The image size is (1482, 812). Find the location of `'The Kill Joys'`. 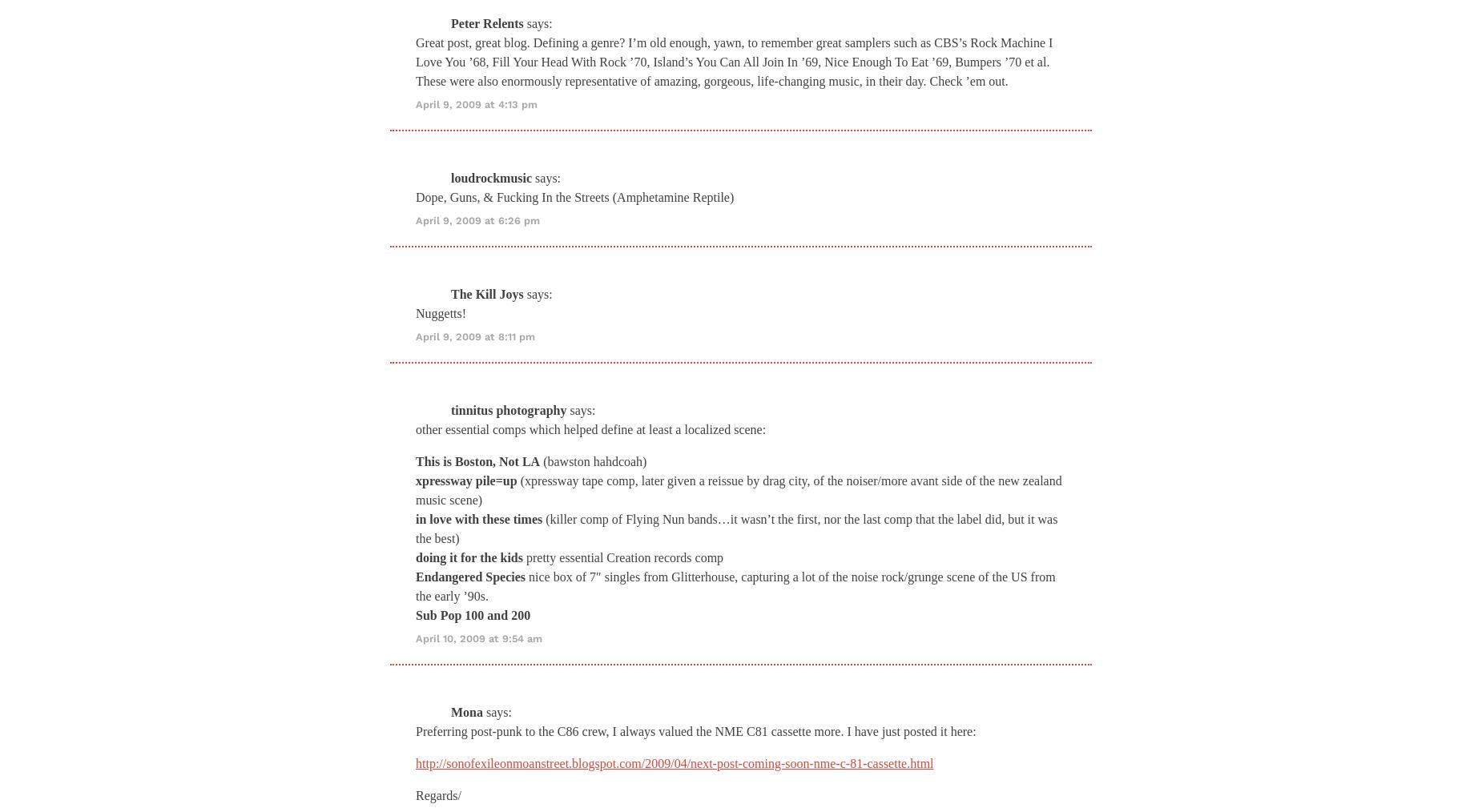

'The Kill Joys' is located at coordinates (486, 292).